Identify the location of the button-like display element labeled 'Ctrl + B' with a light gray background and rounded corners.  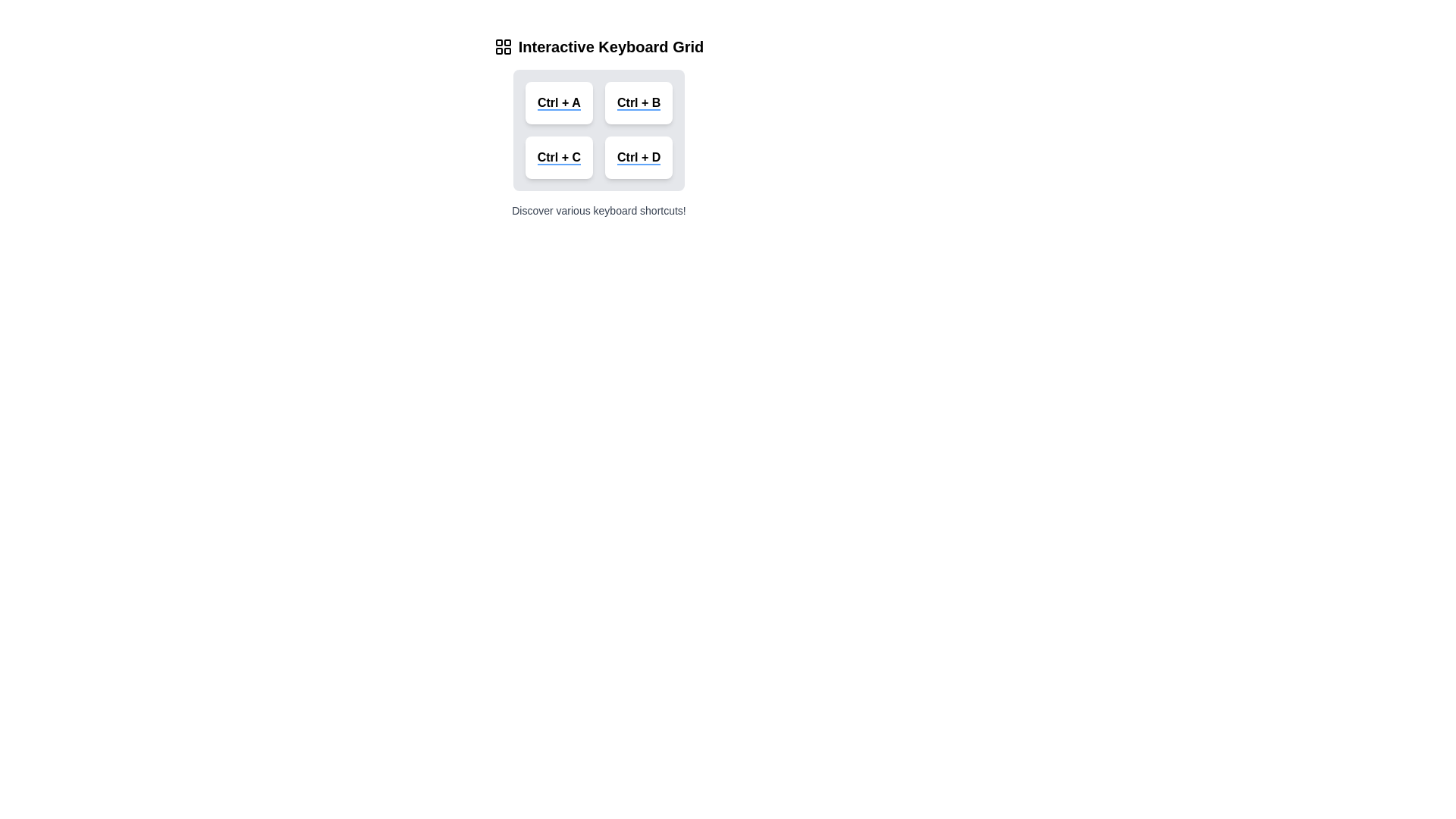
(639, 102).